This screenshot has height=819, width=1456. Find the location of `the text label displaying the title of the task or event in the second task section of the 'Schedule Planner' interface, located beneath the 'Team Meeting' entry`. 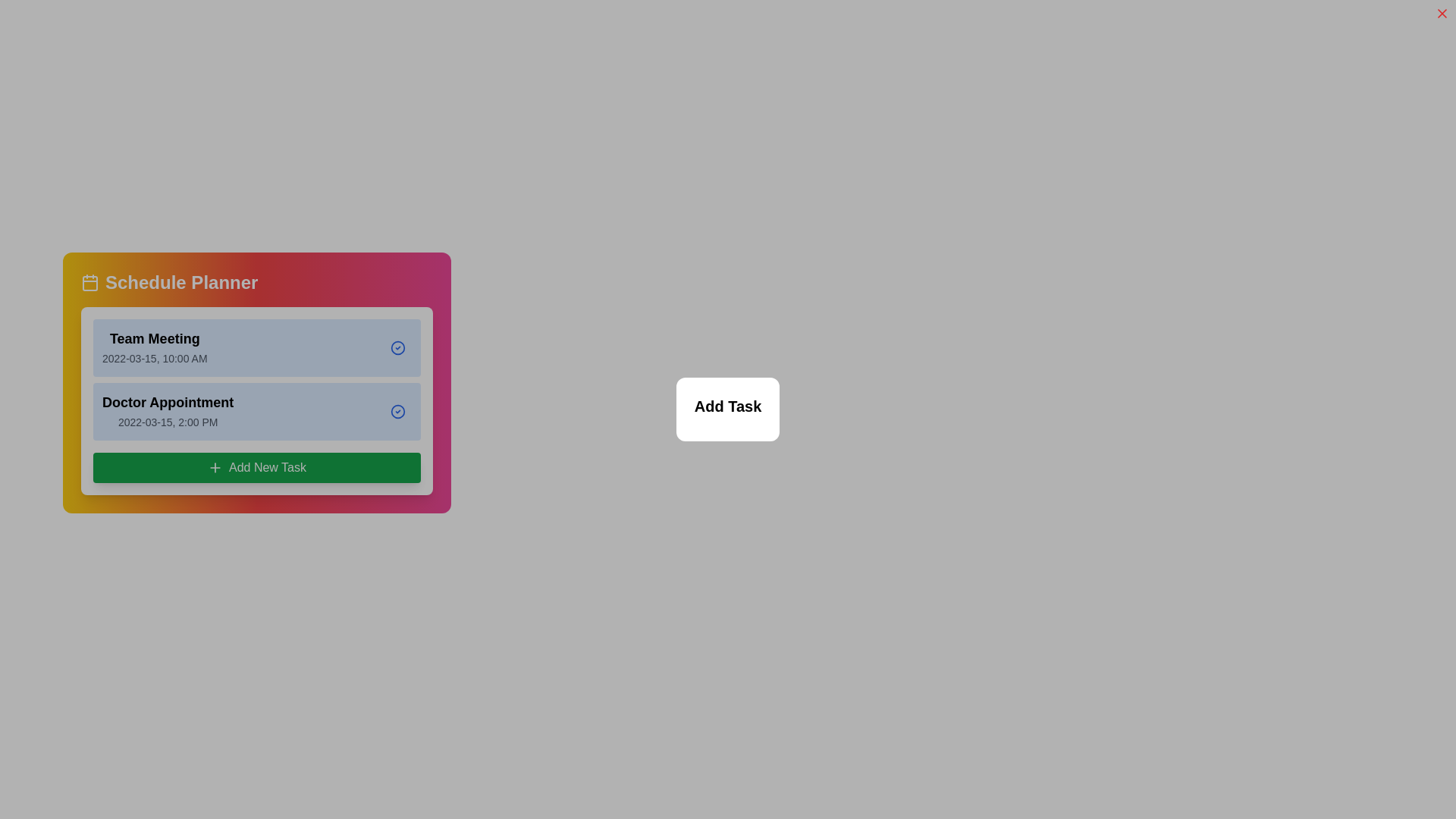

the text label displaying the title of the task or event in the second task section of the 'Schedule Planner' interface, located beneath the 'Team Meeting' entry is located at coordinates (168, 402).